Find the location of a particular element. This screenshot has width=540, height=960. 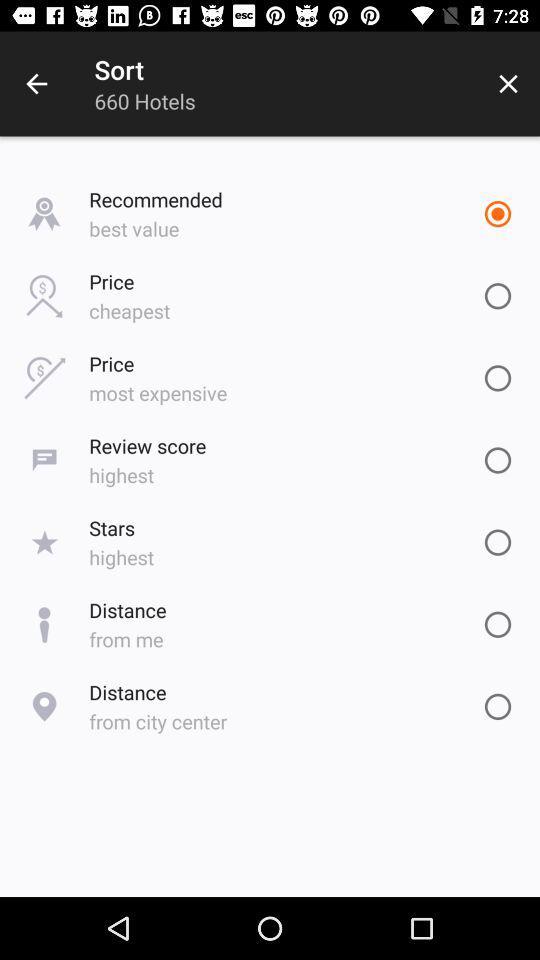

the icon above recommended is located at coordinates (508, 84).